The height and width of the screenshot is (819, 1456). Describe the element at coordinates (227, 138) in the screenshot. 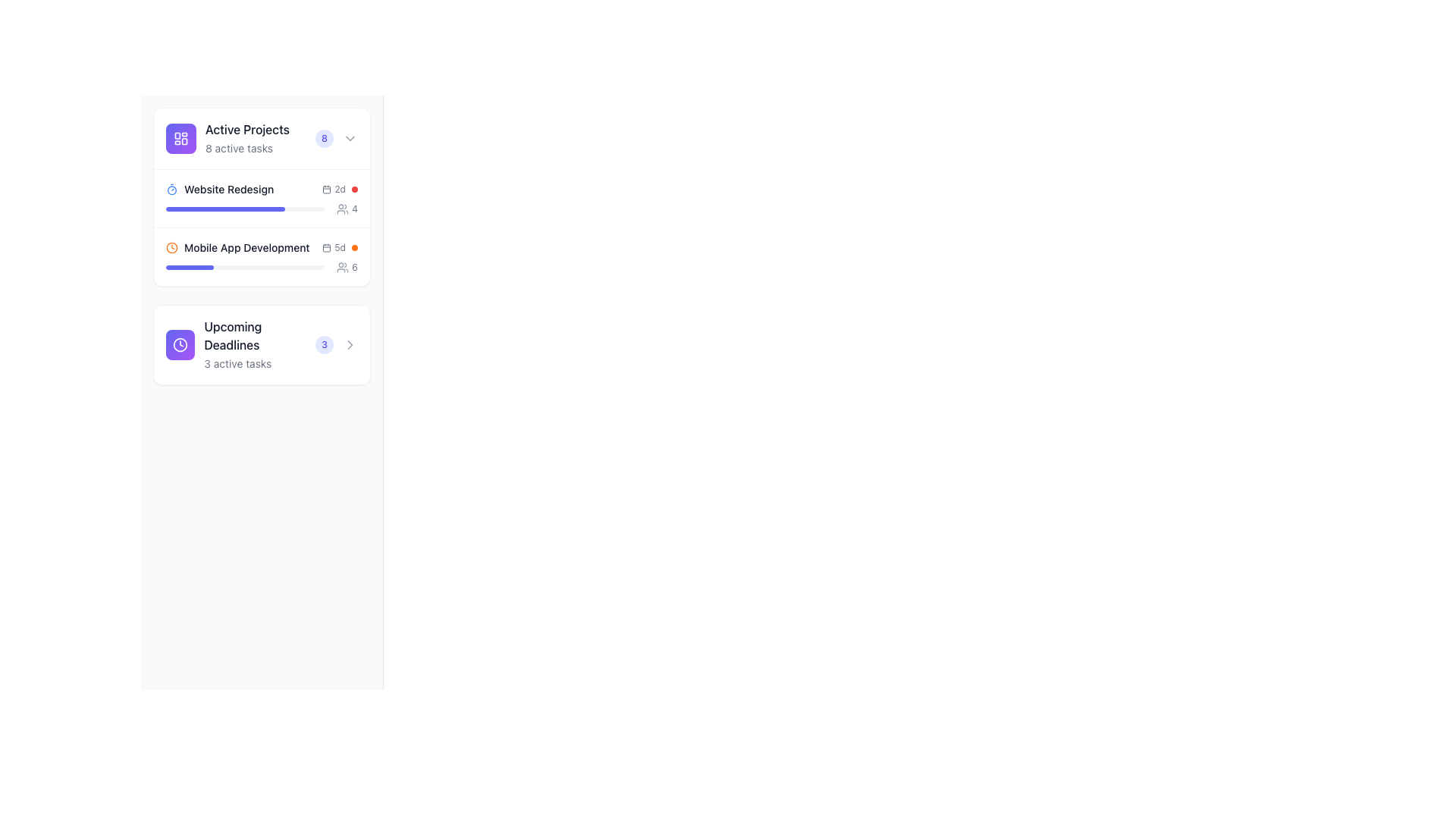

I see `header 'Active Projects' and the subheading '8 active tasks' from the text label with an indigo-to-purple gradient icon located at the upper section of the card component` at that location.